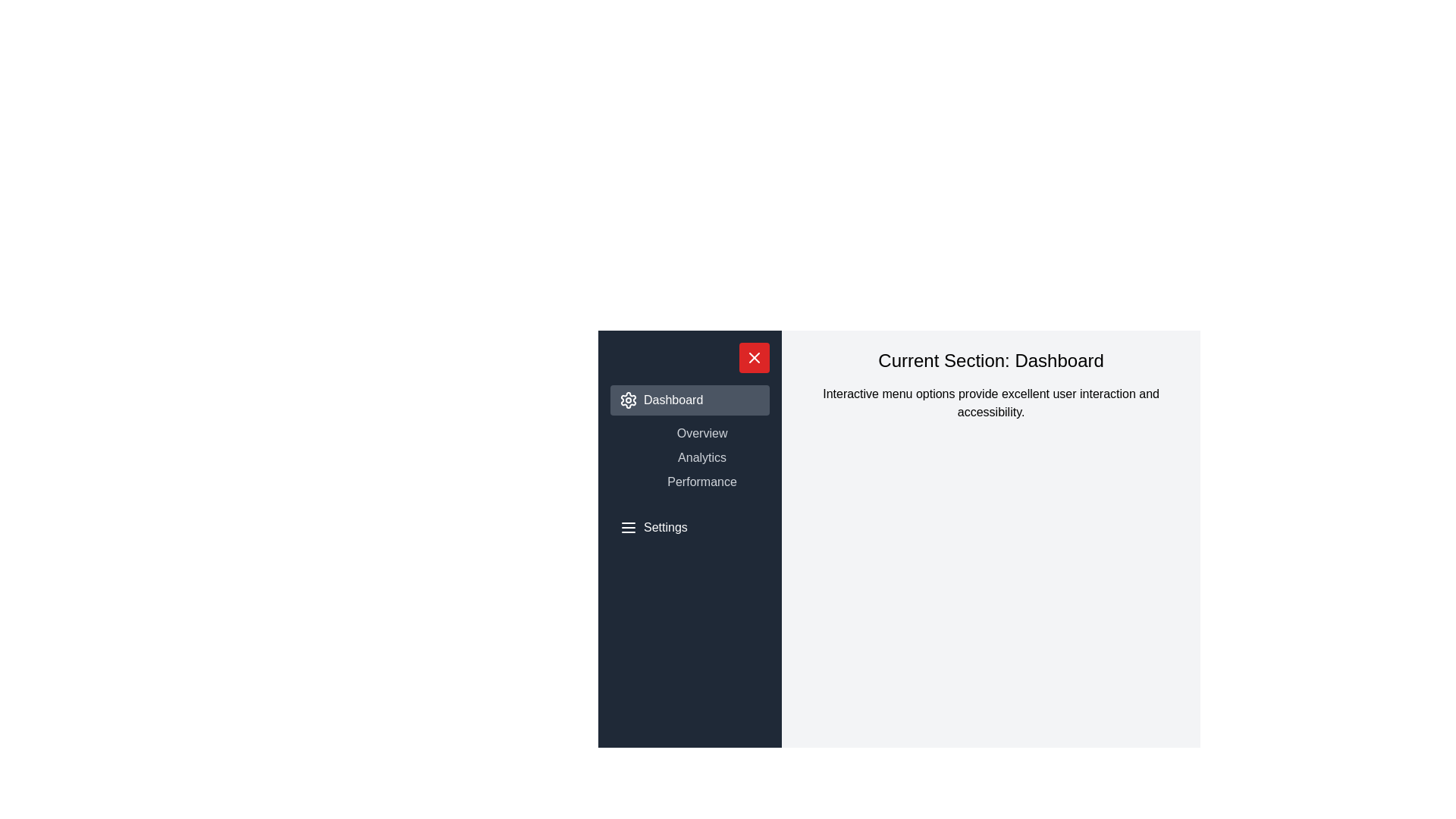 The image size is (1456, 819). I want to click on the 'Performance' navigation option text label located in the sidebar under the 'Overview' and 'Analytics' sections, so click(701, 482).